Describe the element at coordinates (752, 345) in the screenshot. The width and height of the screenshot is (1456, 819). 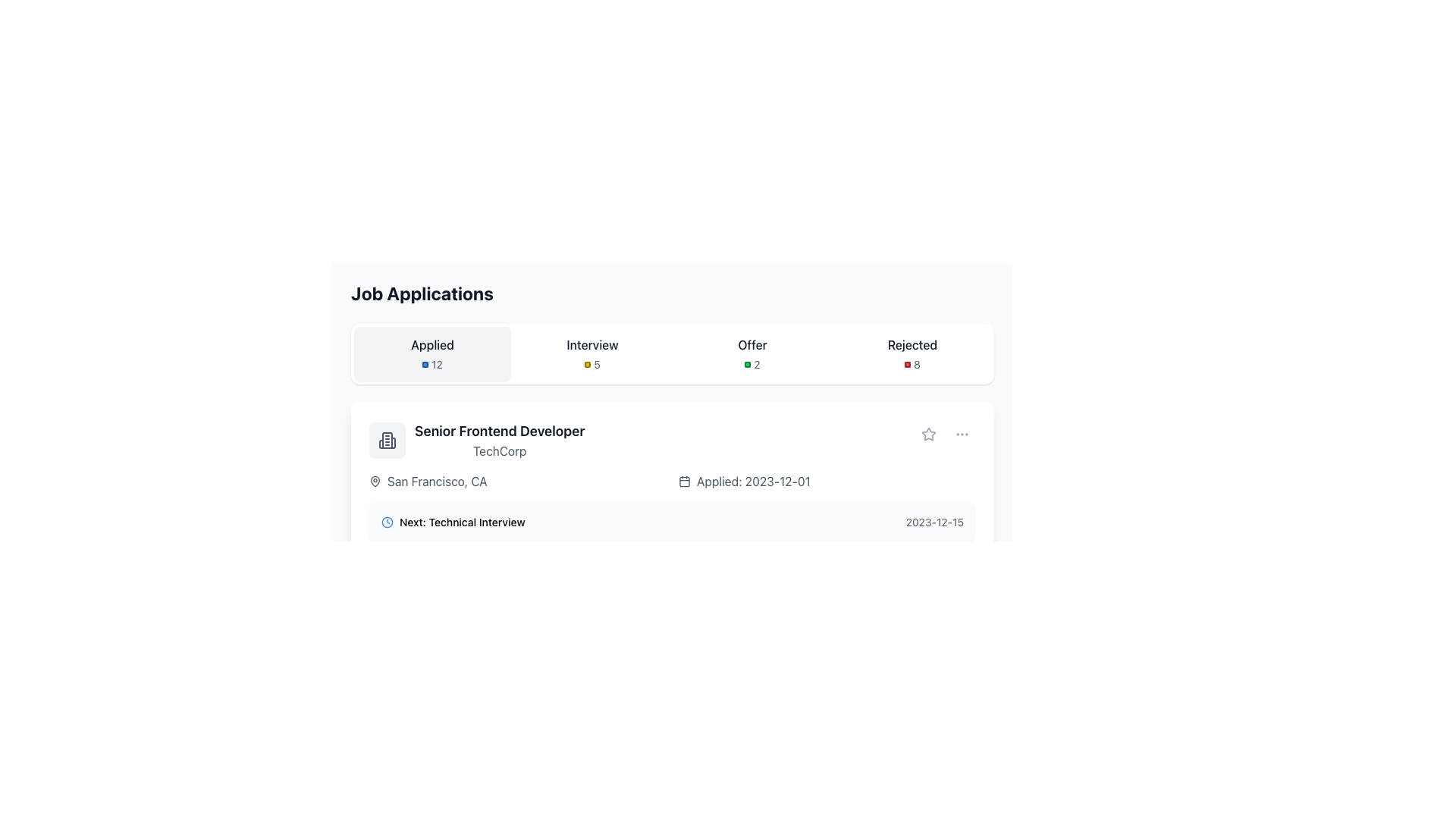
I see `the text label displaying 'Offer' that is centrally positioned in the header bar of status indicators` at that location.